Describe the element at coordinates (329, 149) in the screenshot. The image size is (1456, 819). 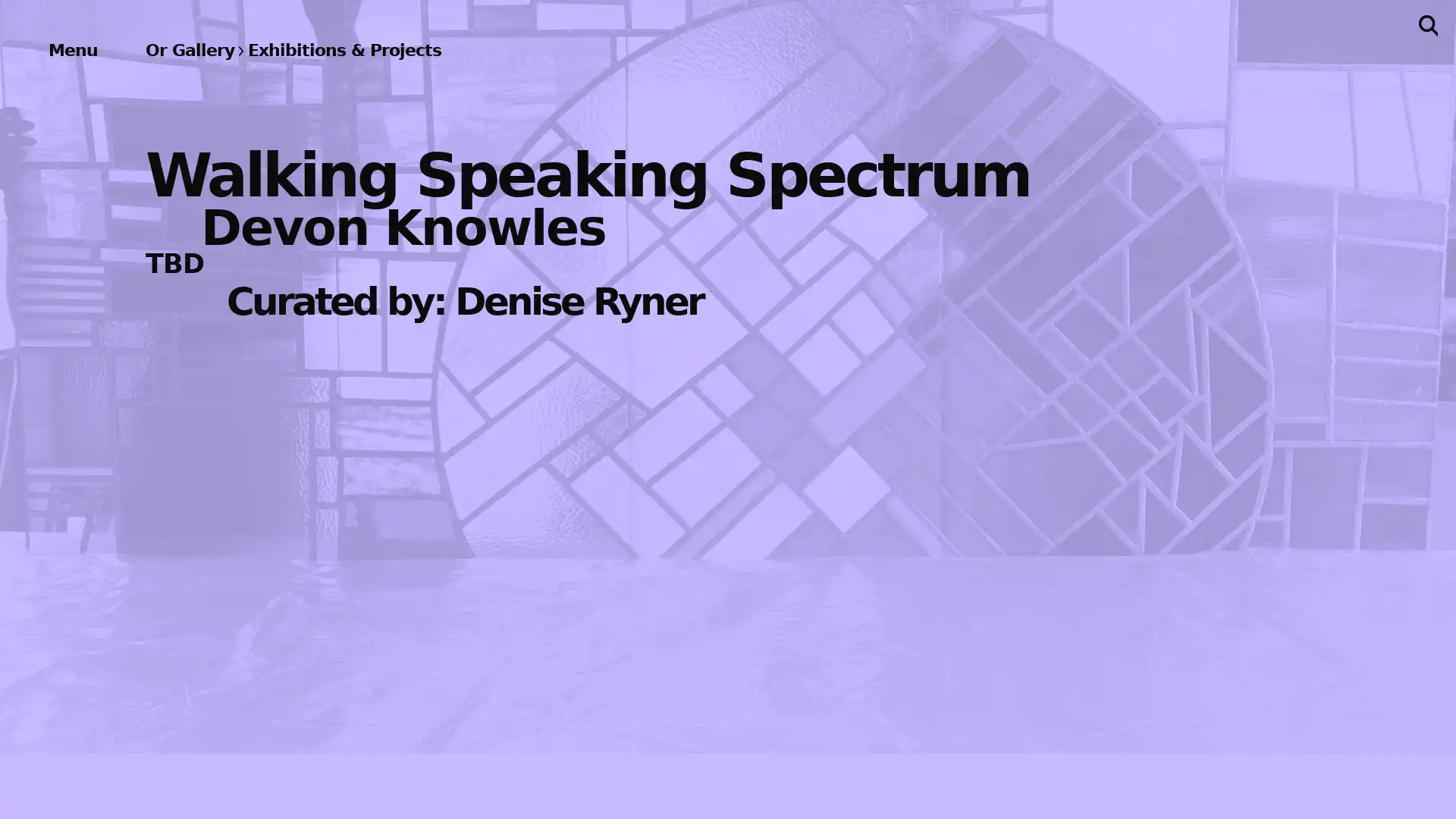
I see `Exhibitions & Projects` at that location.